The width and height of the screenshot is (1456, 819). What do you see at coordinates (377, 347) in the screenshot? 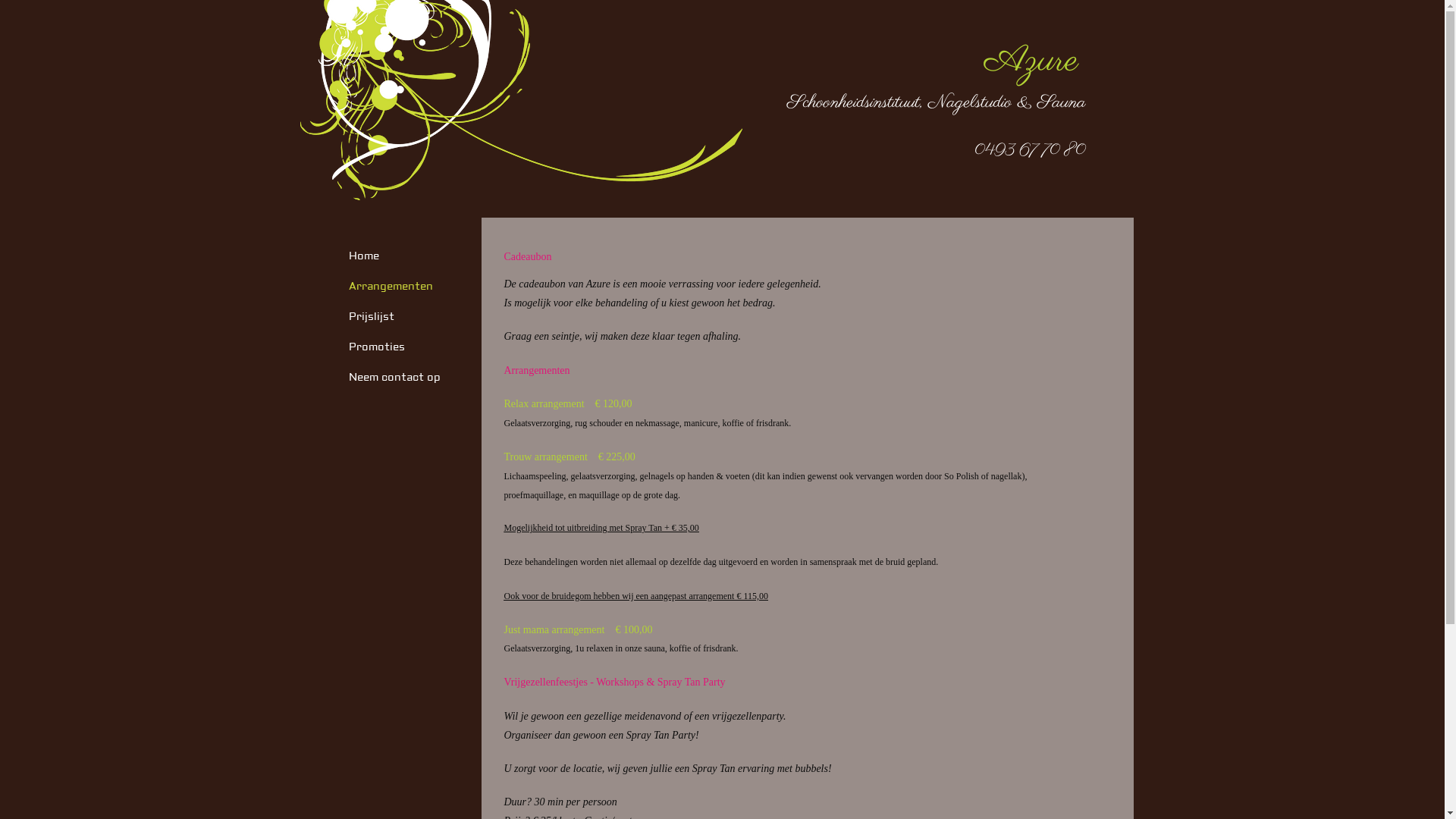
I see `'Promoties'` at bounding box center [377, 347].